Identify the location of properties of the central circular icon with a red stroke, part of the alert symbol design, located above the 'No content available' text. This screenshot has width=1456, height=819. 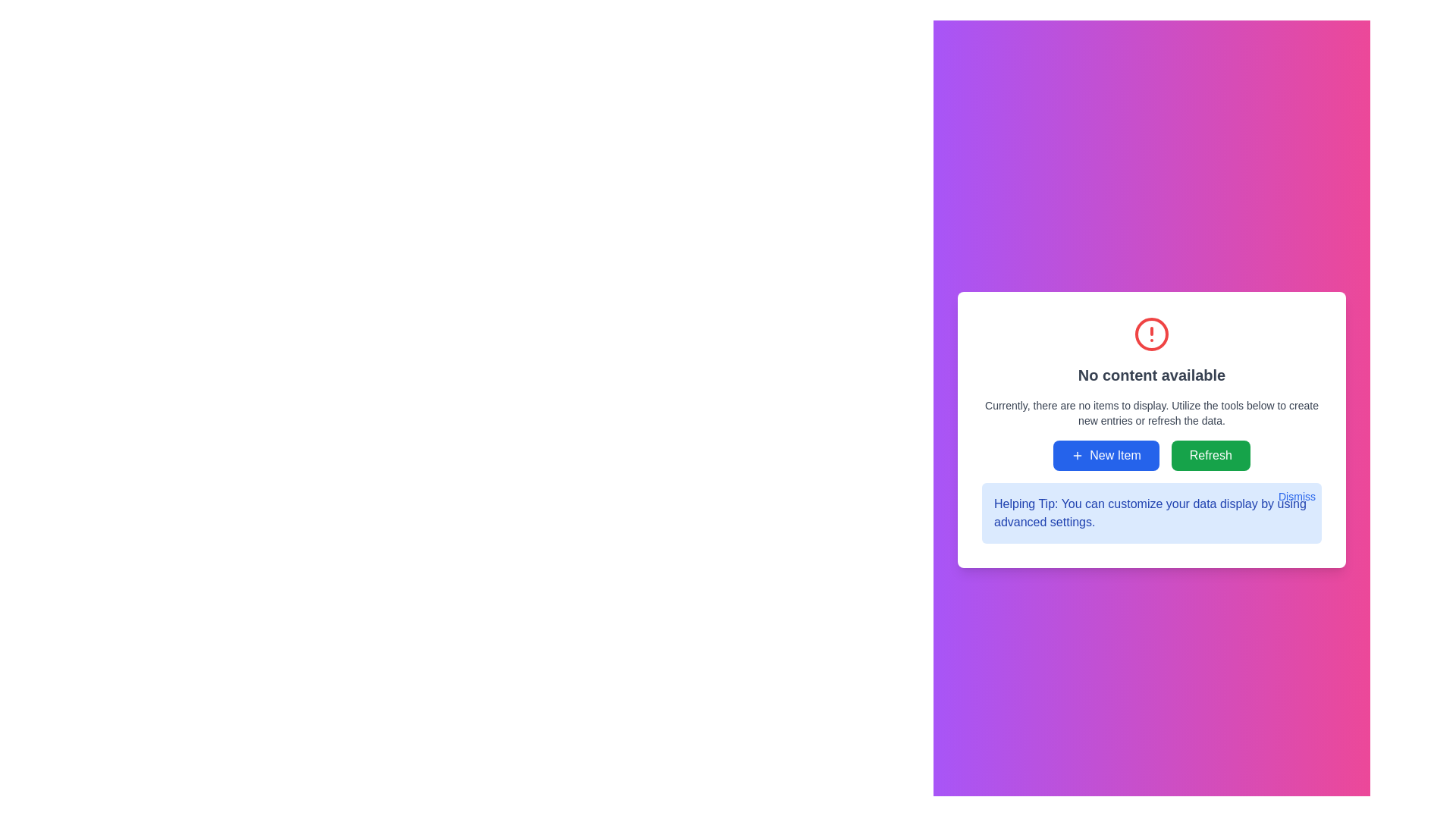
(1151, 333).